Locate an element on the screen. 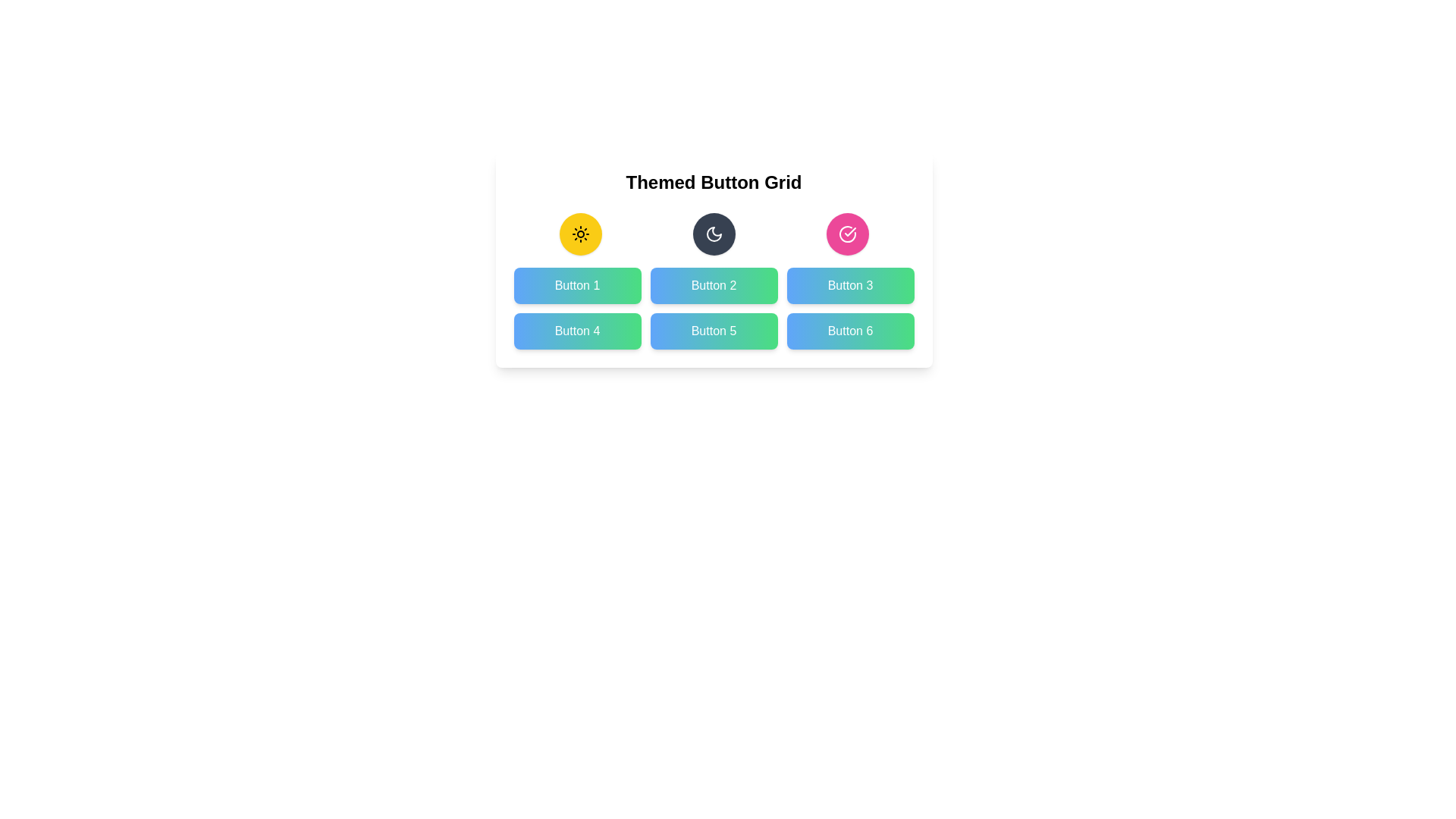 The height and width of the screenshot is (819, 1456). the 'Button 1' located in the top-left corner of the button grid is located at coordinates (576, 286).